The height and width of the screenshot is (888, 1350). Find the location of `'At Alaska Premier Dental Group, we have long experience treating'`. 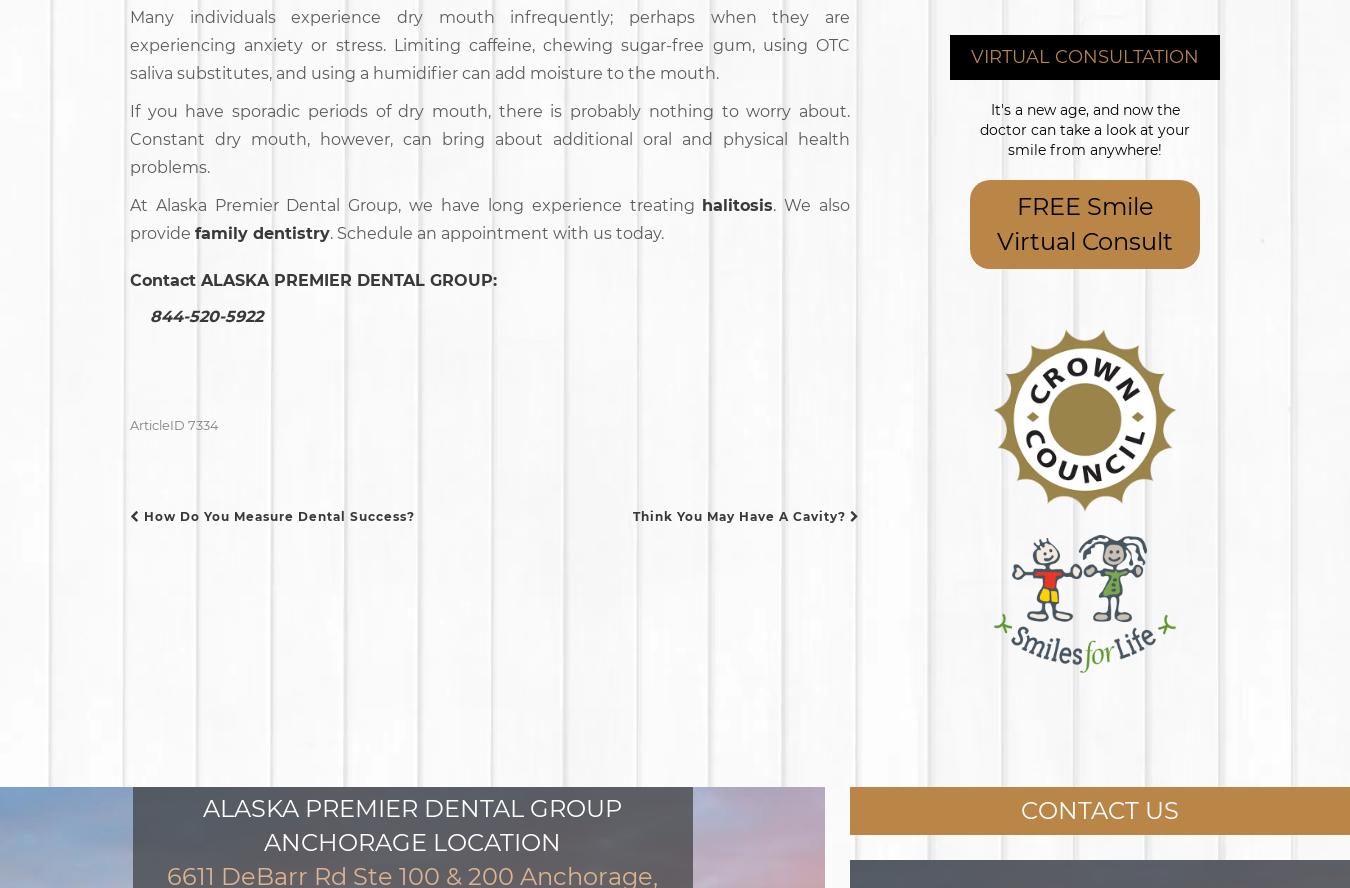

'At Alaska Premier Dental Group, we have long experience treating' is located at coordinates (415, 204).